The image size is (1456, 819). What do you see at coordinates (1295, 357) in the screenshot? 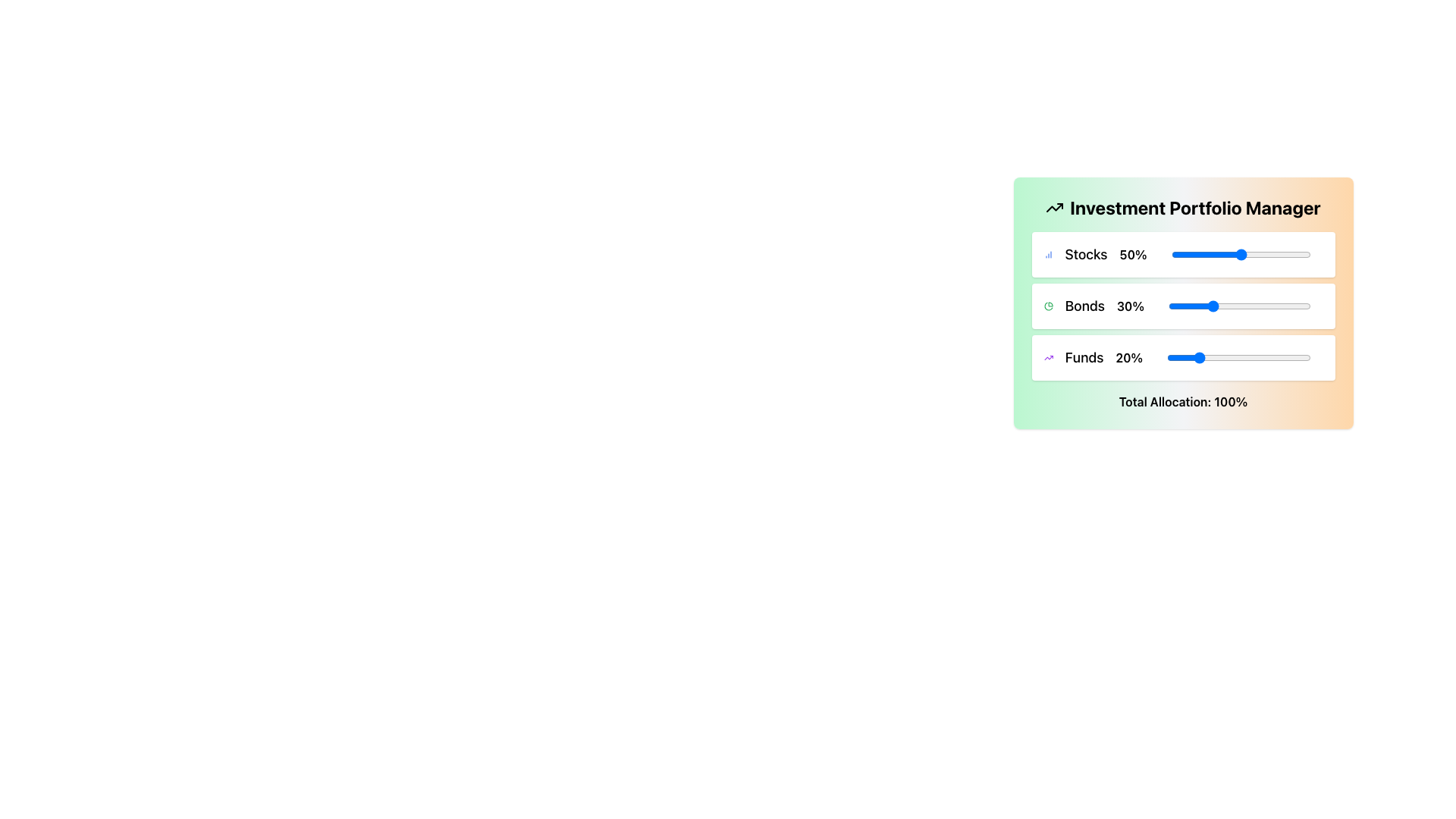
I see `the 'Funds' allocation` at bounding box center [1295, 357].